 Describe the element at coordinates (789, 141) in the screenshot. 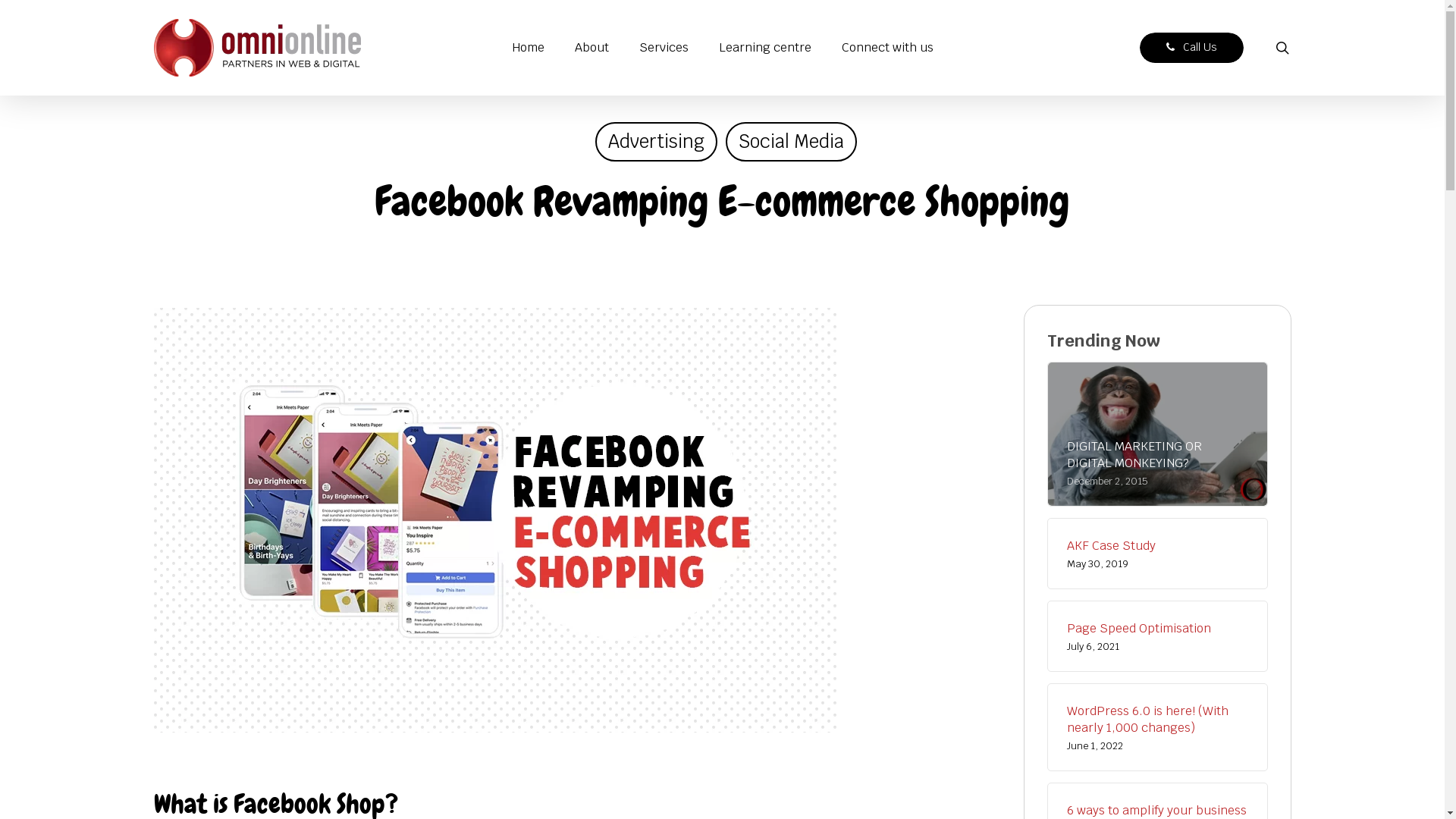

I see `'Social Media'` at that location.